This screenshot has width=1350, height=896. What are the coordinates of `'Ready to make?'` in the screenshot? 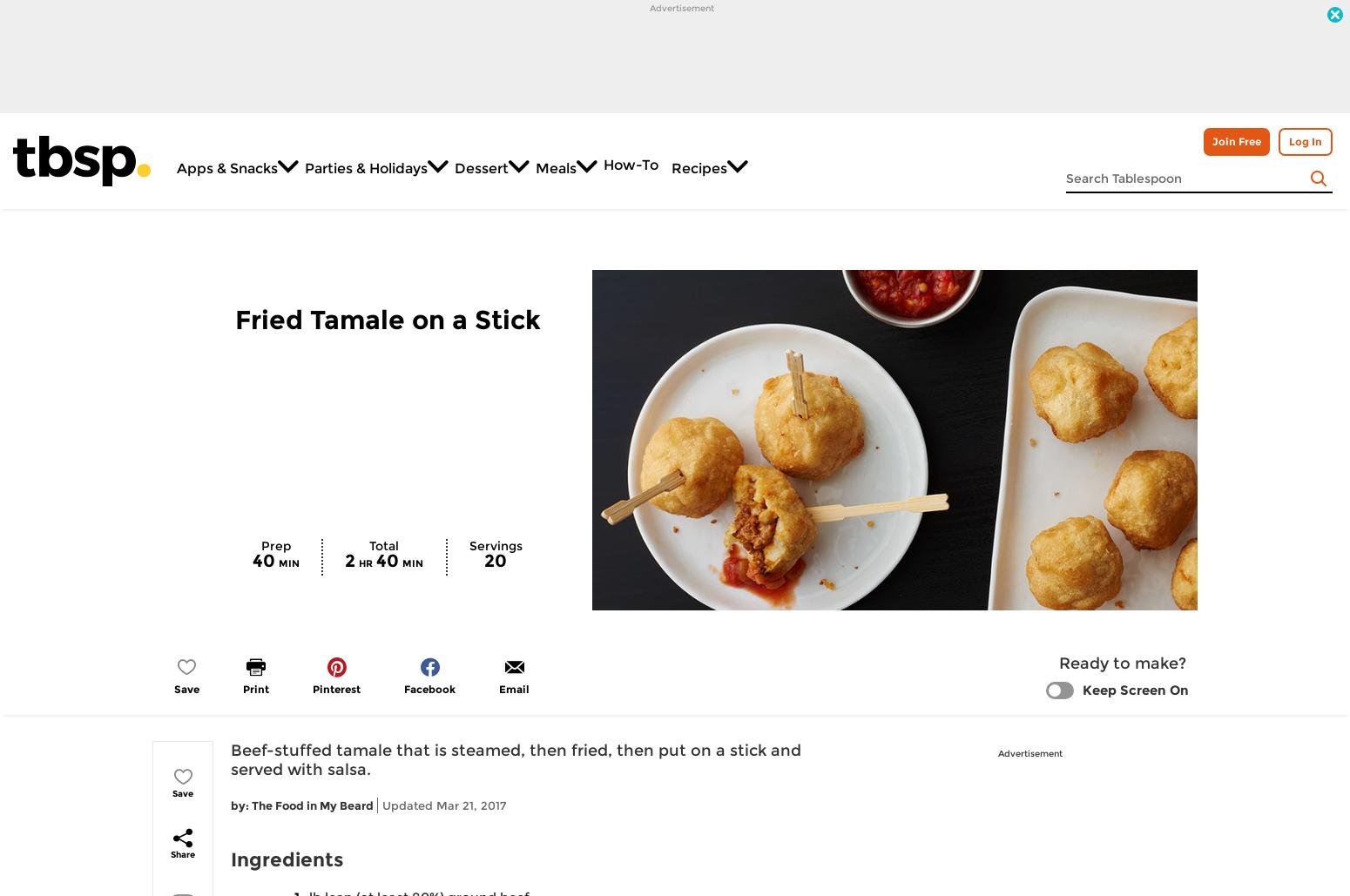 It's located at (1058, 663).